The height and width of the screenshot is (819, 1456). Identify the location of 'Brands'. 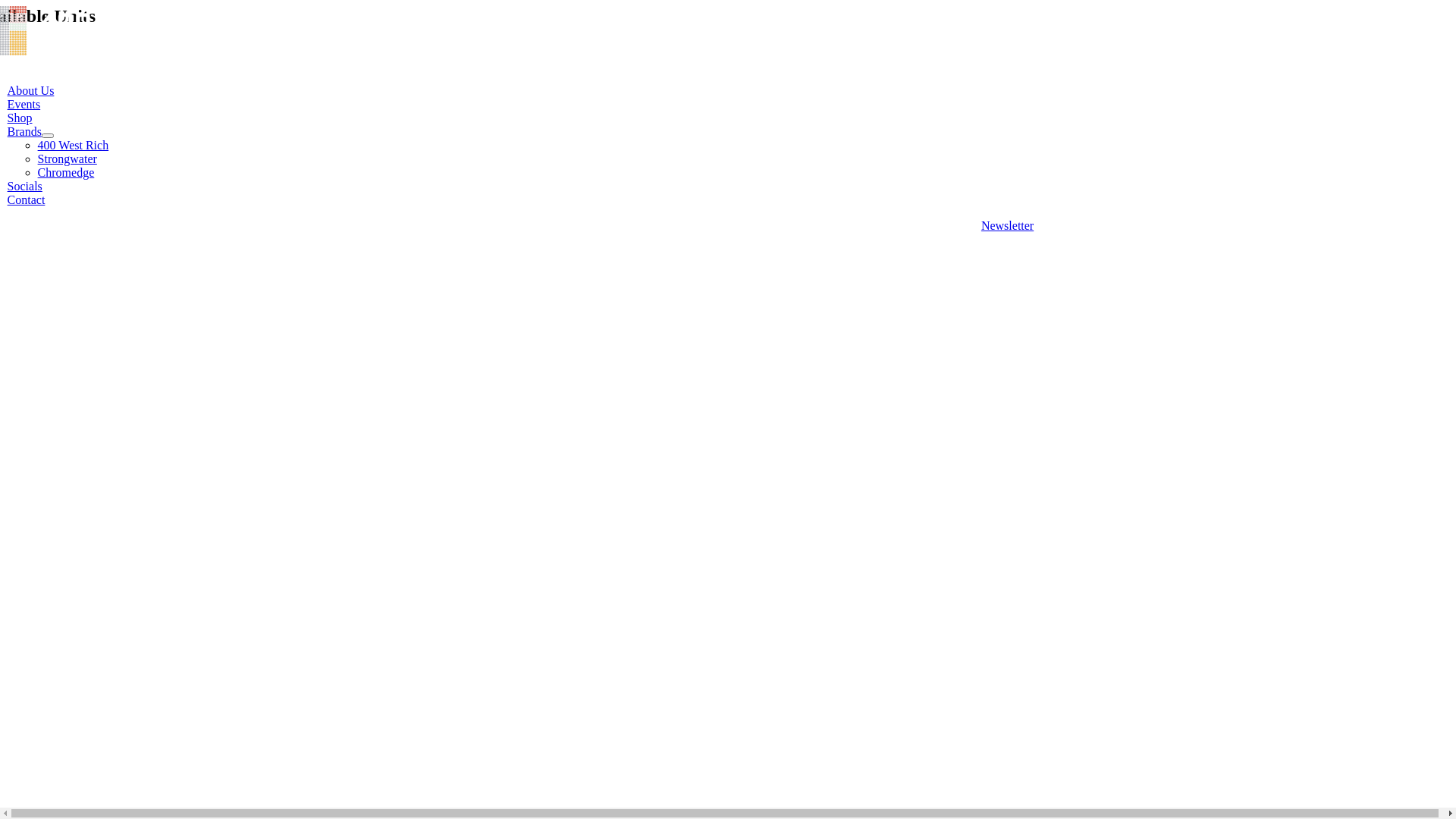
(24, 130).